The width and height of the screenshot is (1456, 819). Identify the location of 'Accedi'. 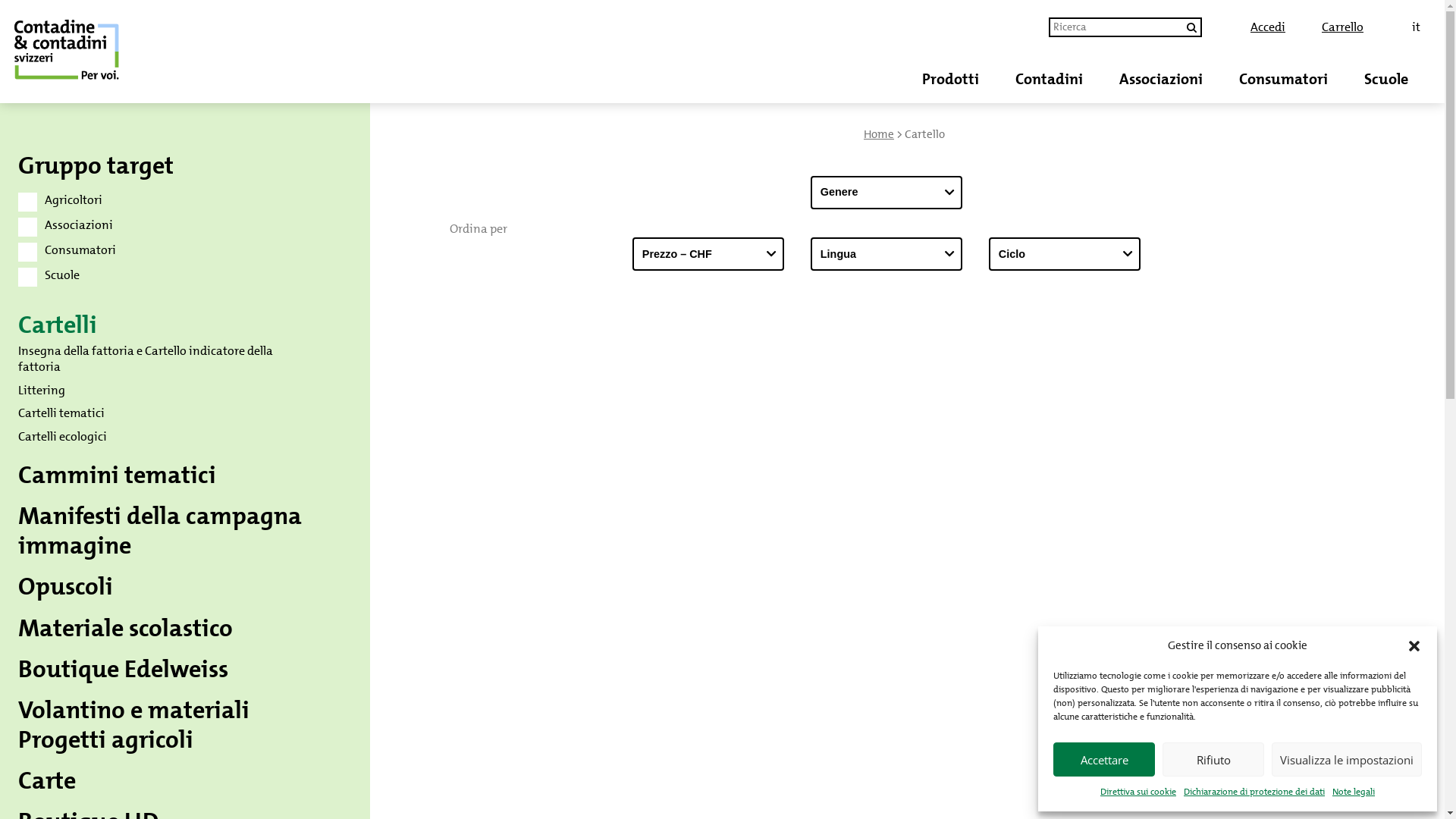
(1267, 27).